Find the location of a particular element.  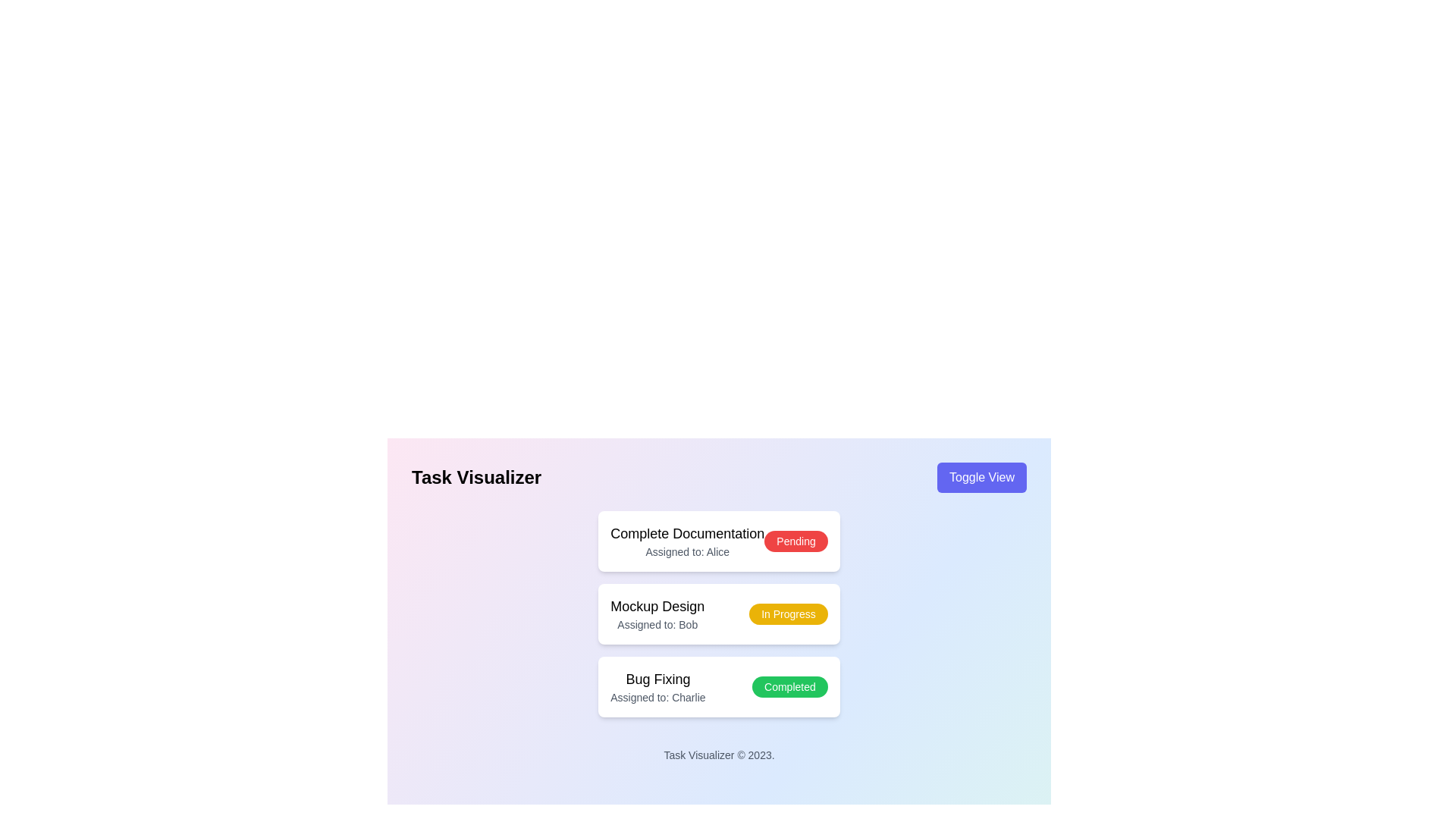

the text label 'Bug Fixing' located at the top of the third task card in the task list interface is located at coordinates (657, 678).